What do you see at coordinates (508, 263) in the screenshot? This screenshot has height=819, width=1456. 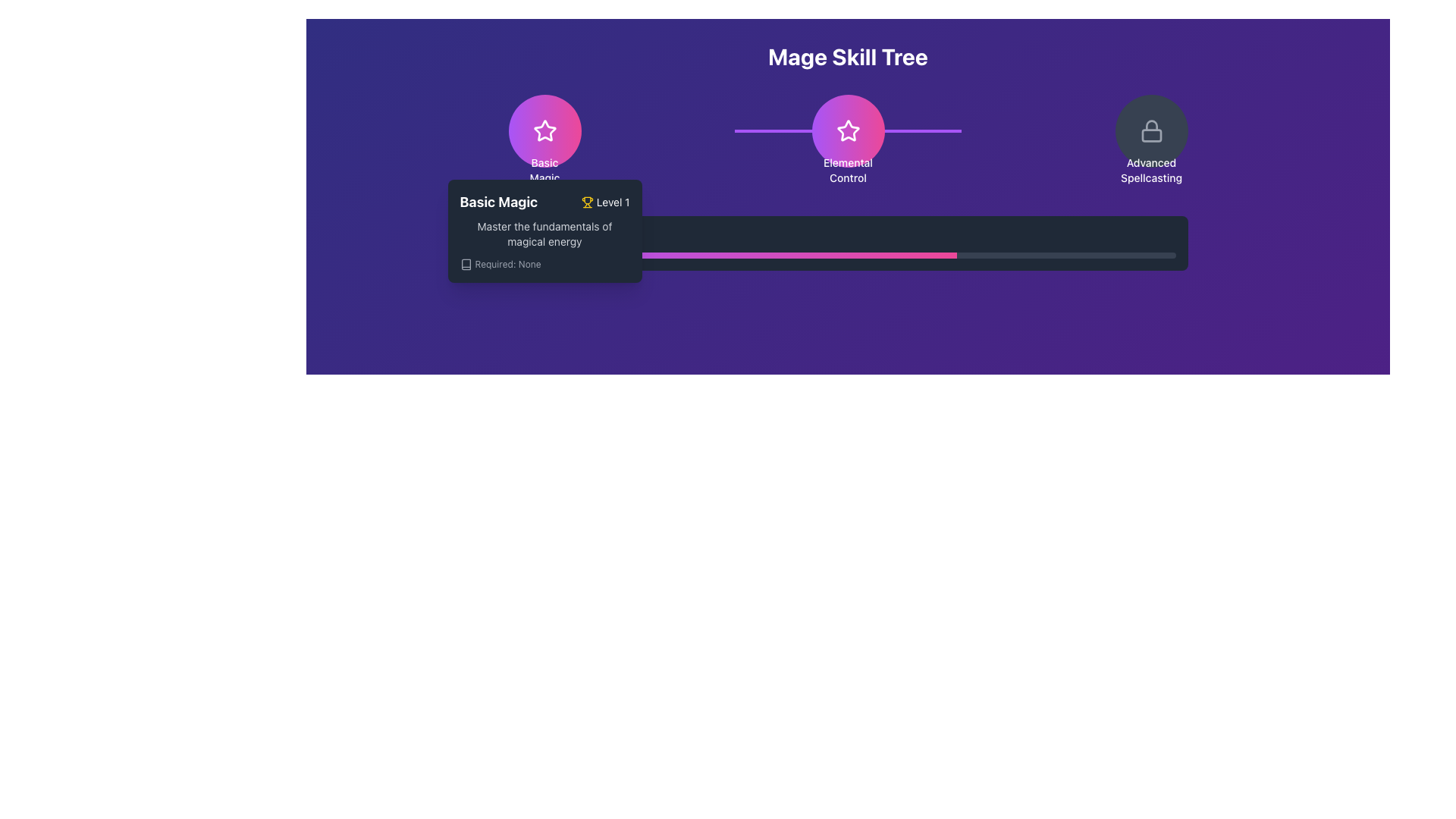 I see `the static text label displaying 'Required: None', which is styled in gray text and positioned at the bottom-left of the card related to 'Basic Magic'` at bounding box center [508, 263].